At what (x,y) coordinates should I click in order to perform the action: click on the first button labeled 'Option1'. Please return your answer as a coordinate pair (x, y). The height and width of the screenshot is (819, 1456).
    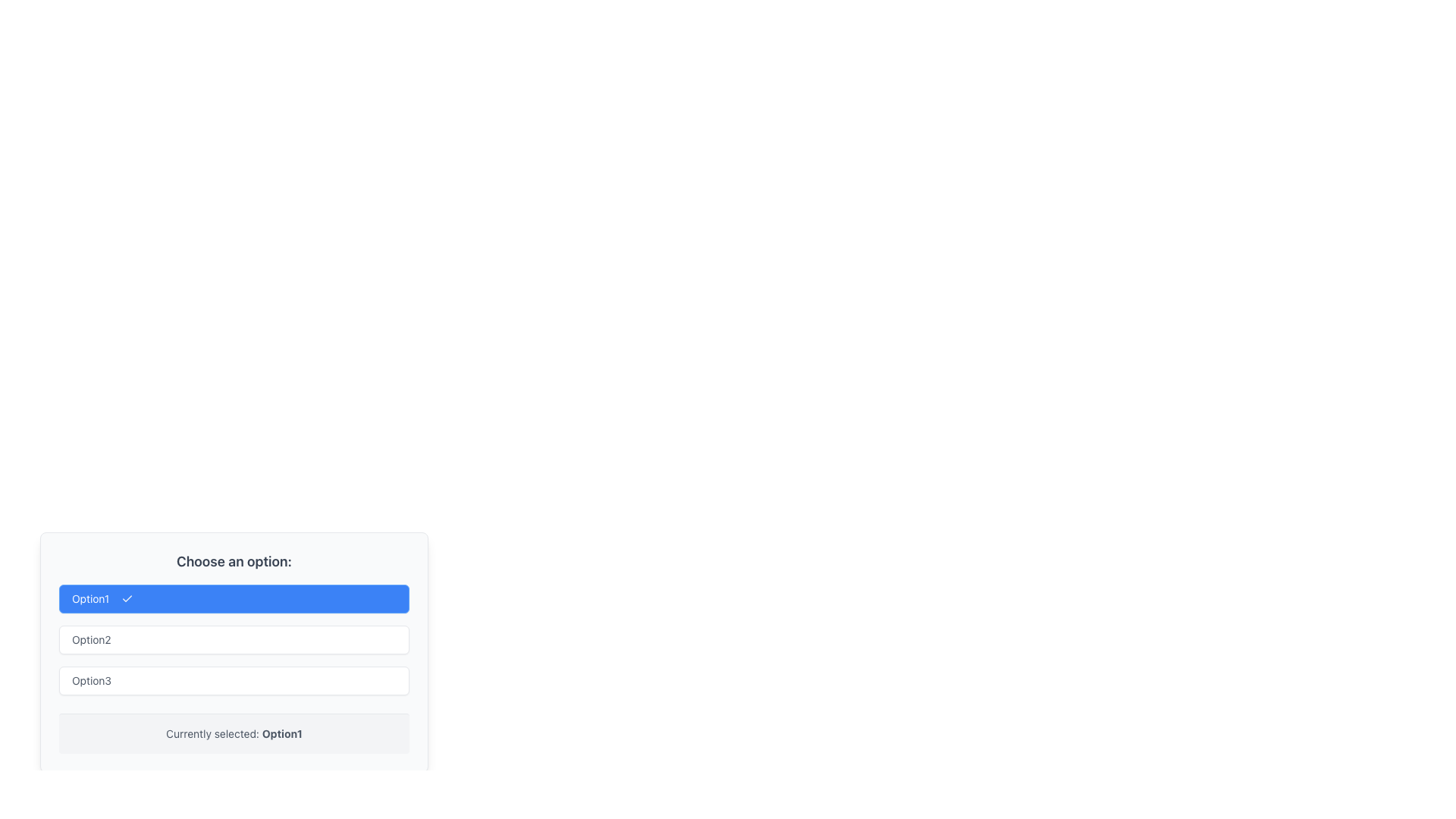
    Looking at the image, I should click on (233, 598).